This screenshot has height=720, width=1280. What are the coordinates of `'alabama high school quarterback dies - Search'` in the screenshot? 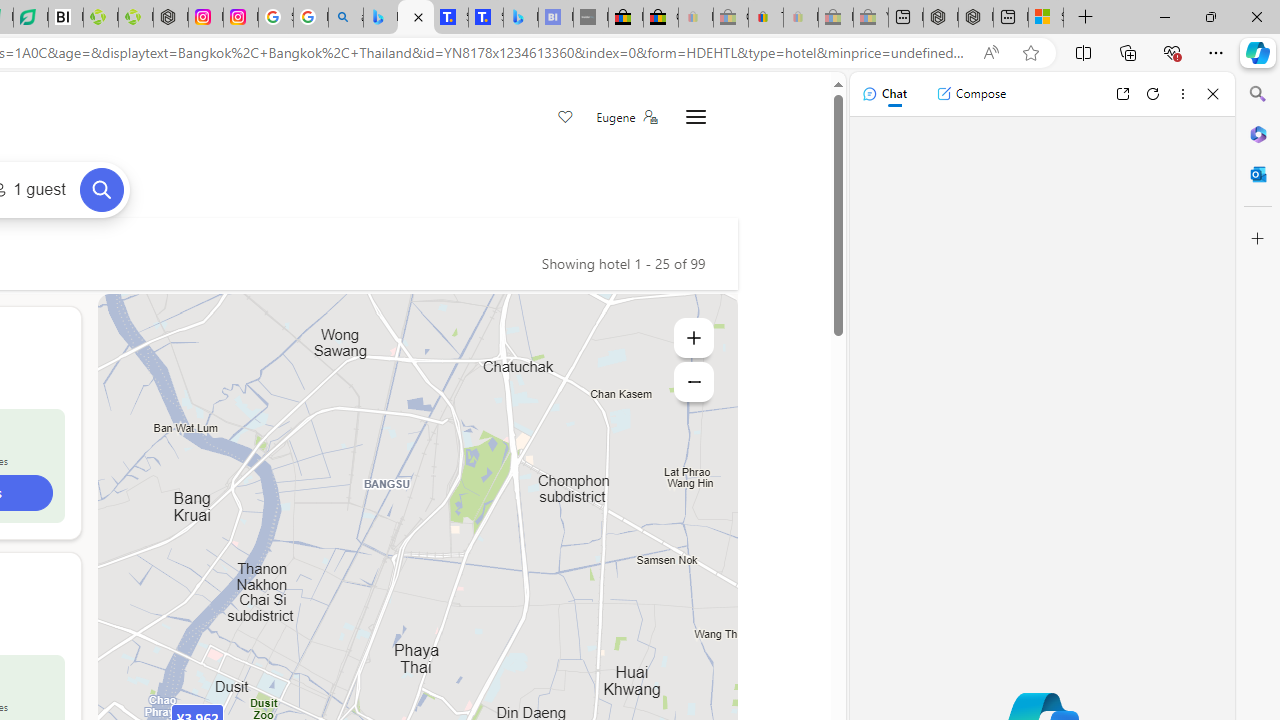 It's located at (346, 17).